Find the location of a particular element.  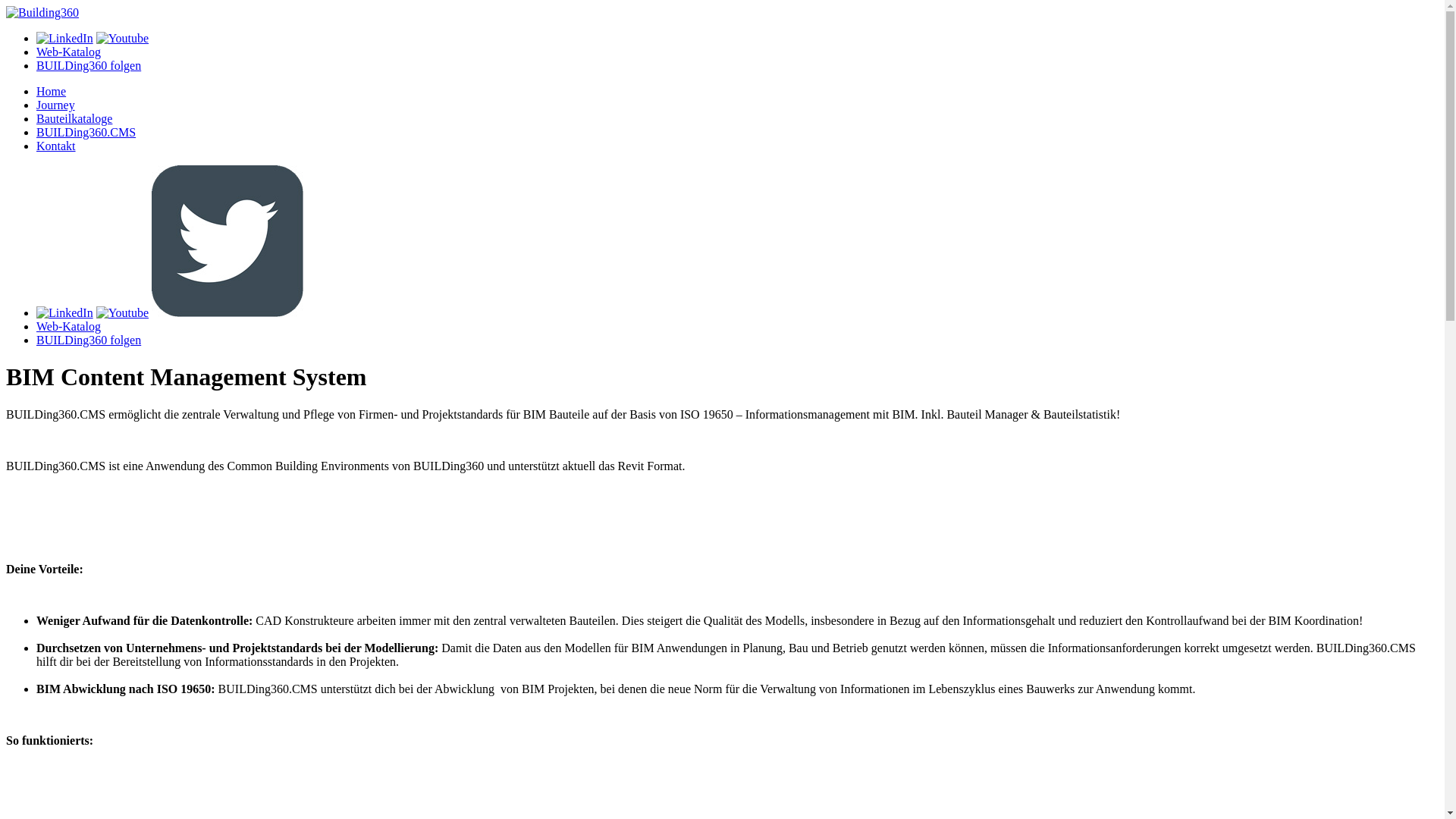

'Home' is located at coordinates (51, 91).